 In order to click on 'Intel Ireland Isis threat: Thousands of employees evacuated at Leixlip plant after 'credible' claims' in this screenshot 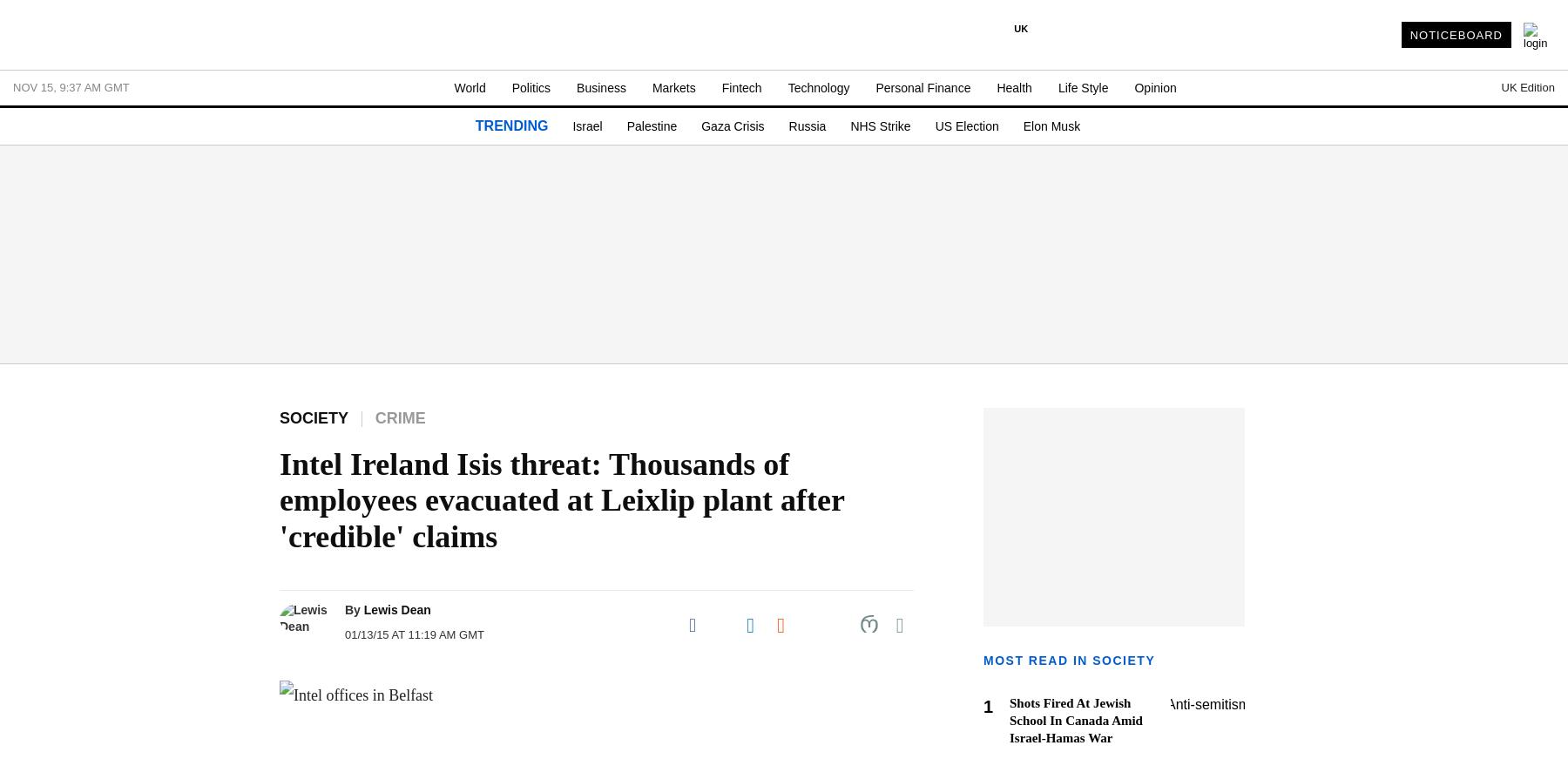, I will do `click(561, 499)`.